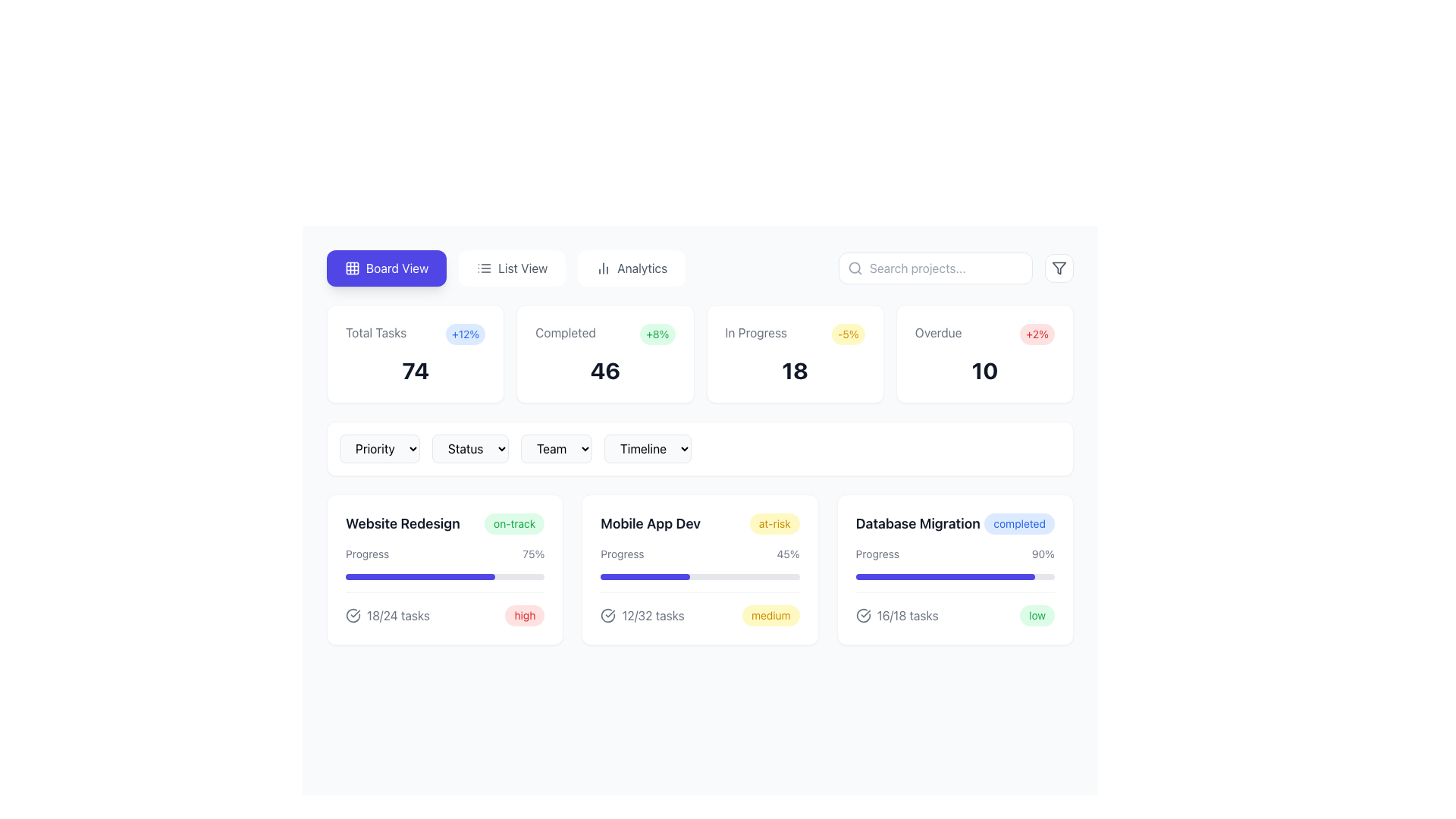 This screenshot has width=1456, height=819. Describe the element at coordinates (645, 576) in the screenshot. I see `the progress value of the progress indicator within the 'Mobile App Dev' task card, which currently shows 45% completion` at that location.